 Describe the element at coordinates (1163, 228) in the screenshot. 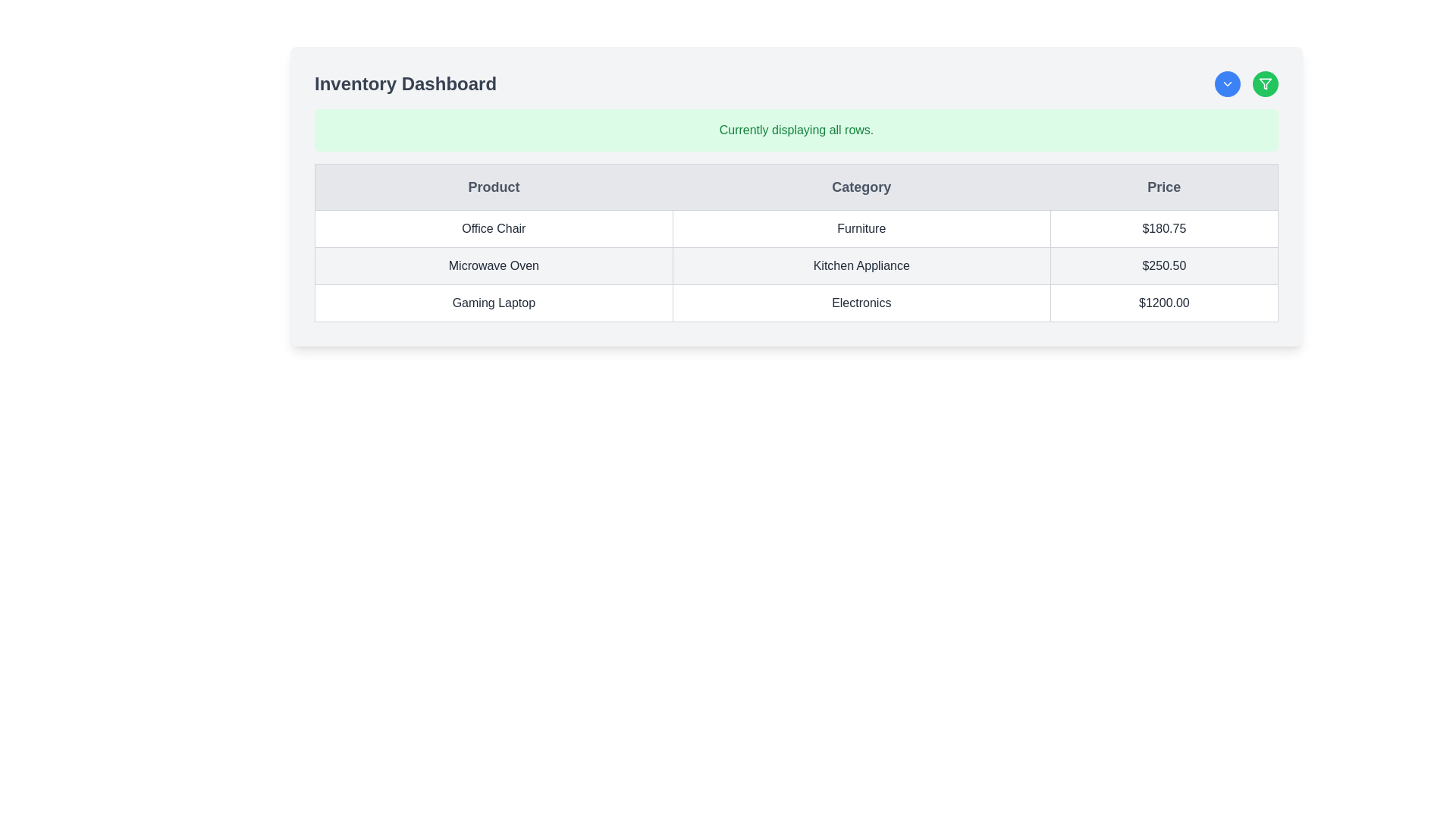

I see `the price label displaying '$180.75' in the third cell of the first row of the table` at that location.